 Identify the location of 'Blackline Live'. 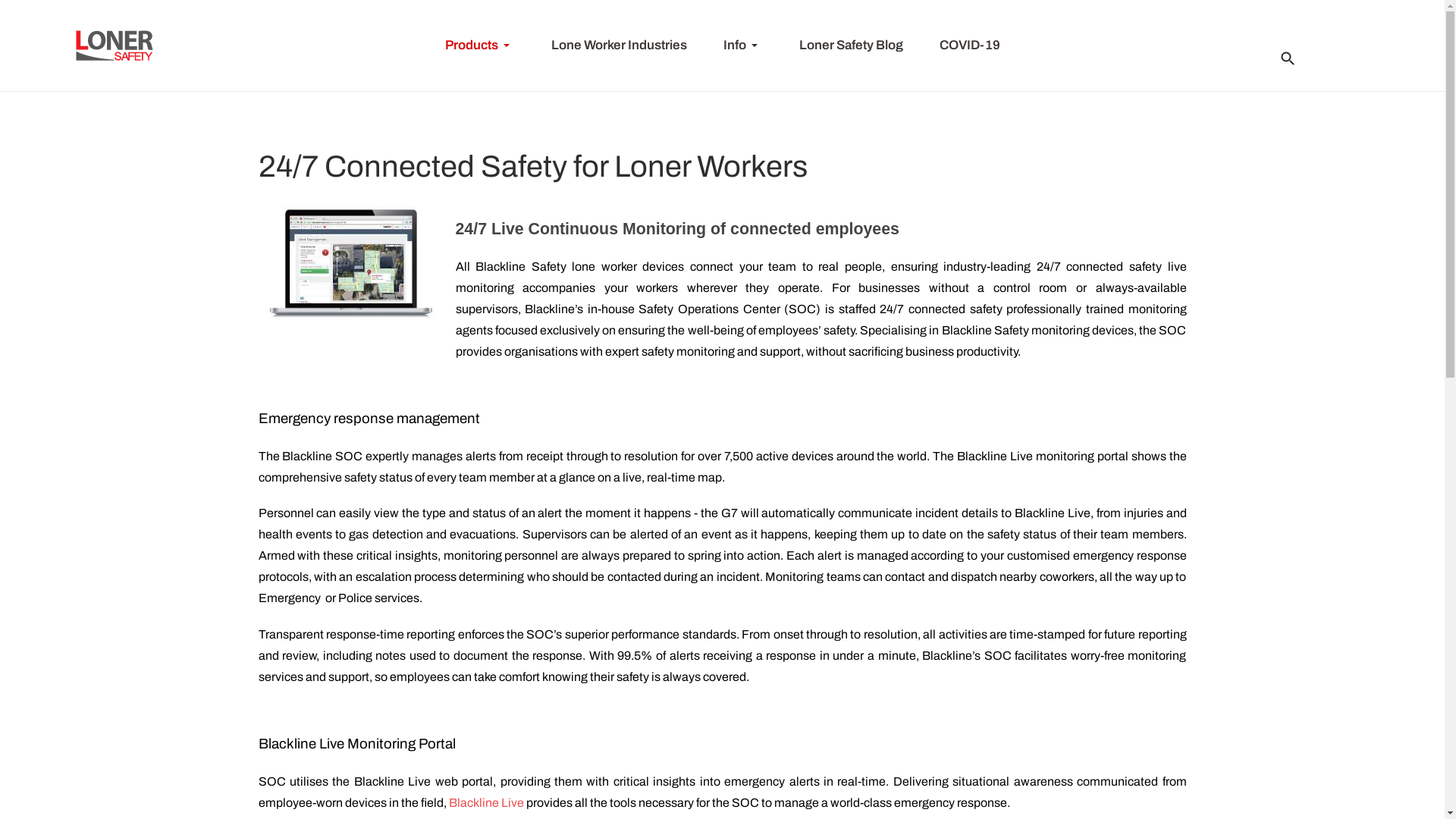
(486, 802).